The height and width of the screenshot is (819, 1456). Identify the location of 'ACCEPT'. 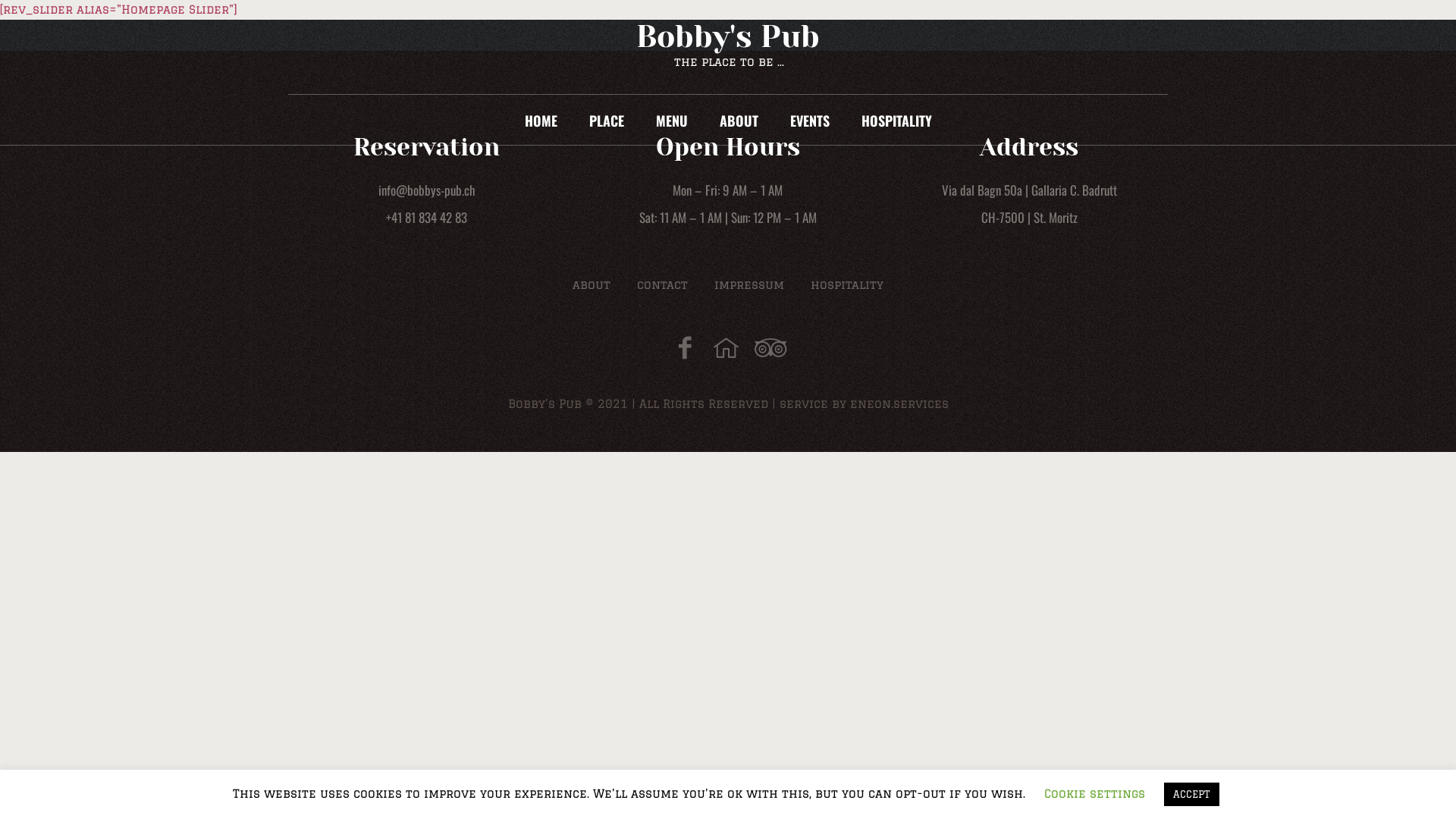
(1191, 793).